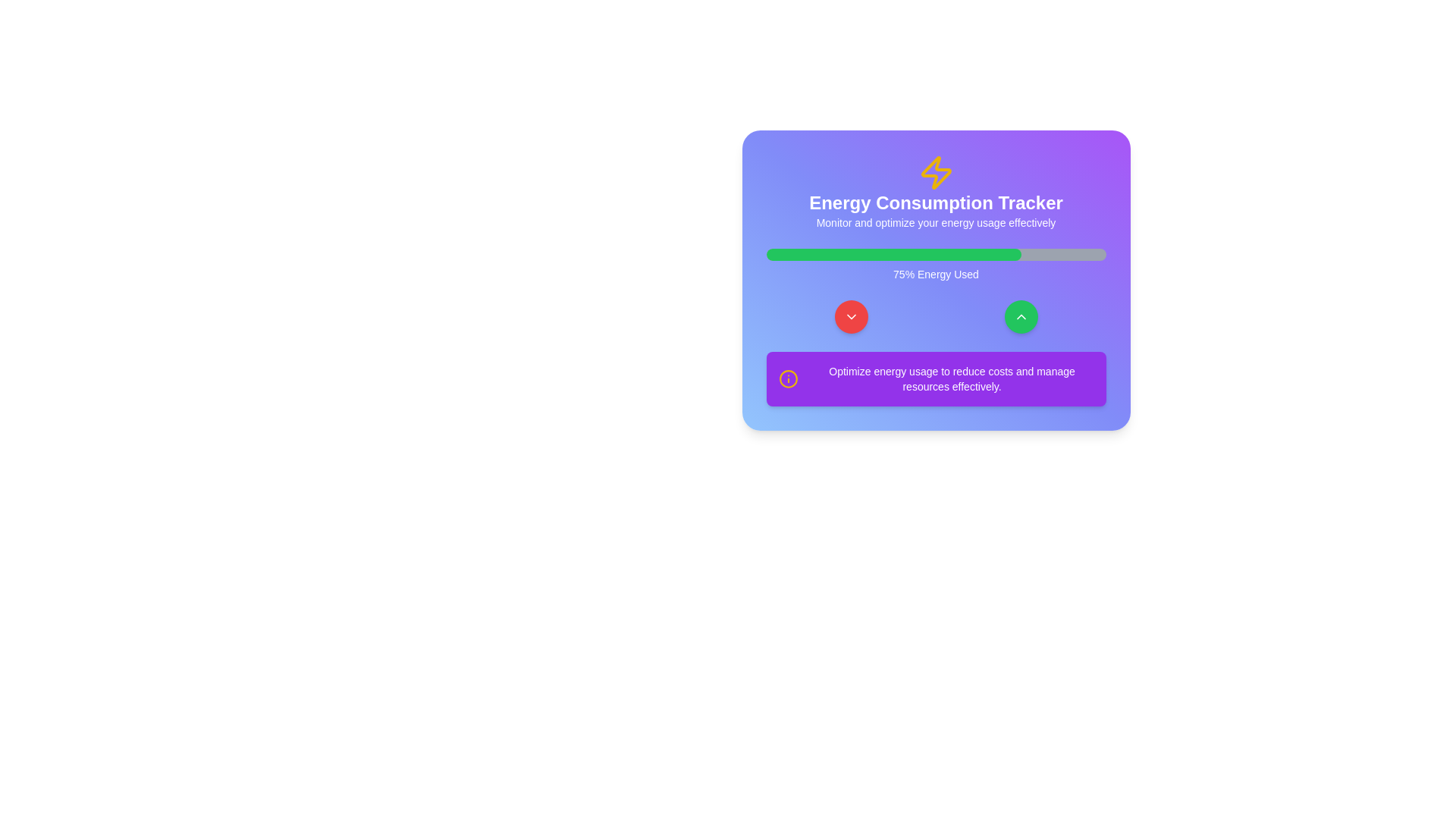  I want to click on the main header Text Label indicating the purpose of tracking energy consumption, which is positioned below a yellow lightning icon, so click(935, 202).